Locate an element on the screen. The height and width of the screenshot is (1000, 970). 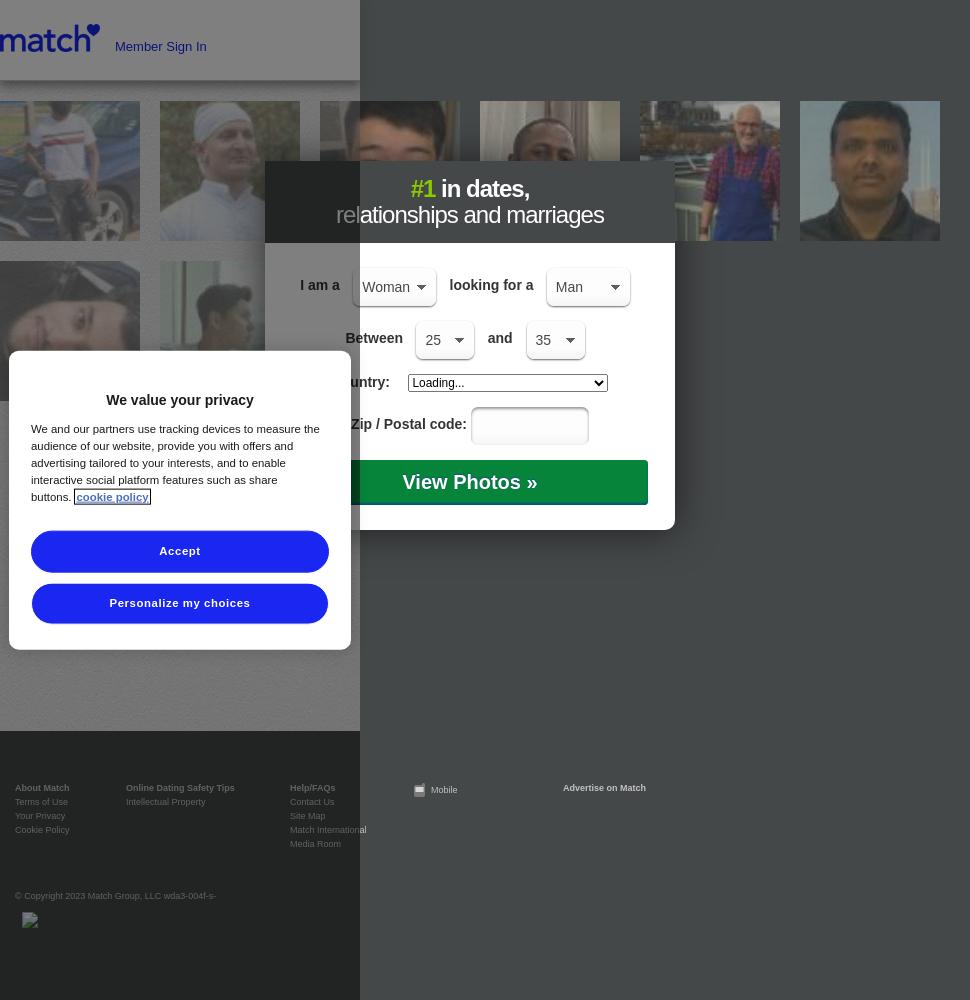
'Zip / Postal code:' is located at coordinates (410, 424).